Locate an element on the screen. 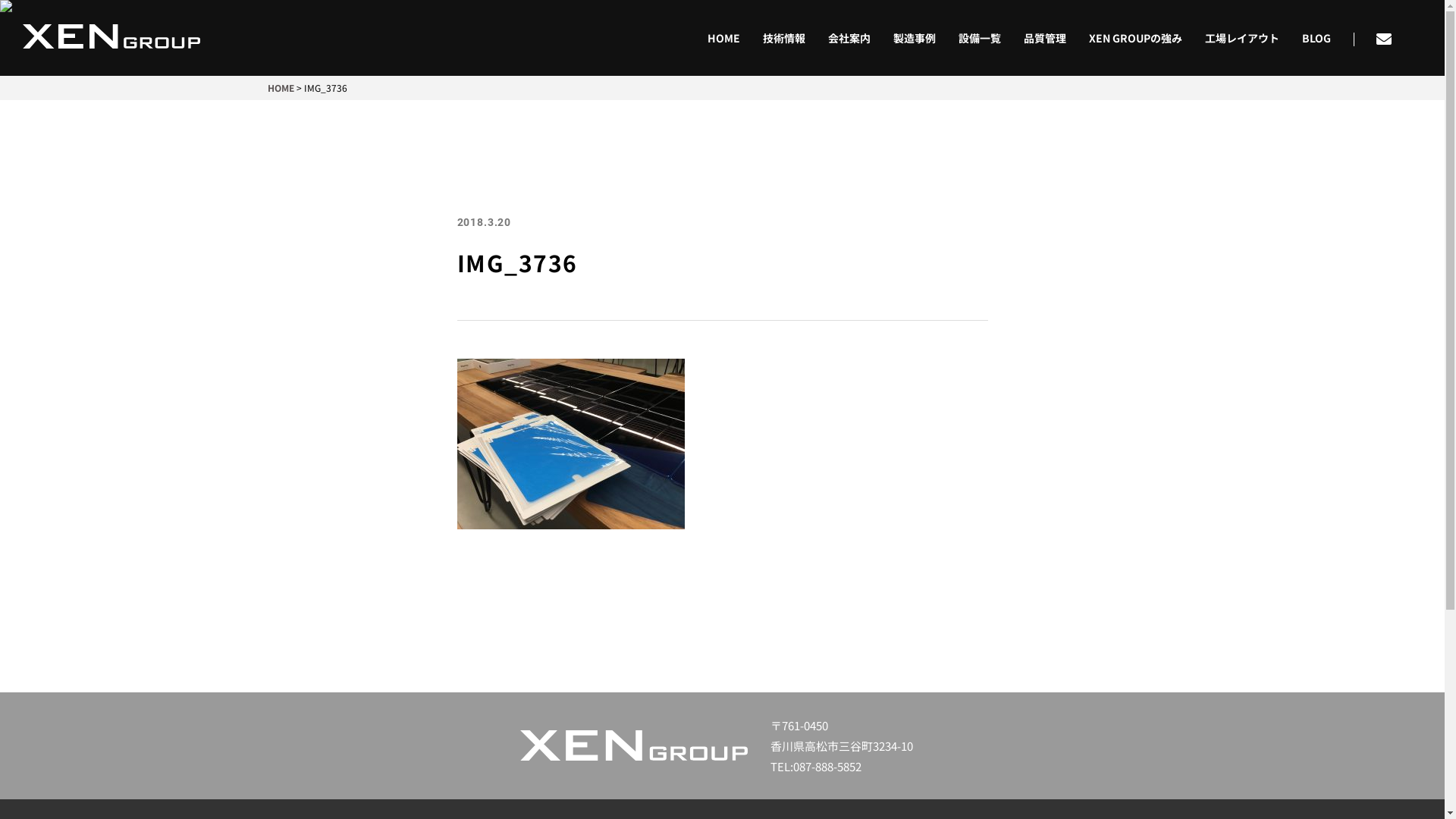  'BLOG' is located at coordinates (1290, 37).